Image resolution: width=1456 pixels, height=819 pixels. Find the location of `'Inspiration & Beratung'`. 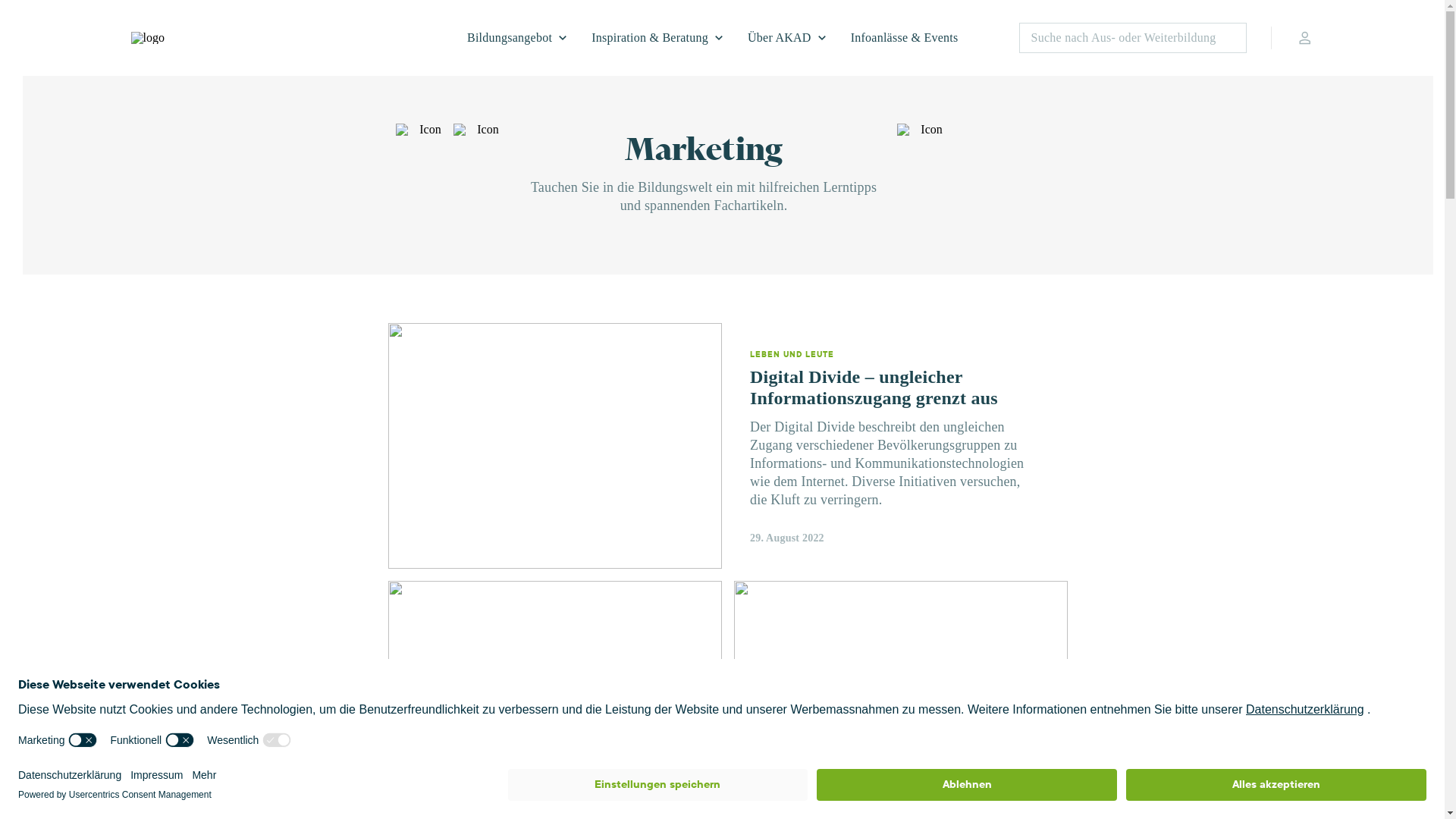

'Inspiration & Beratung' is located at coordinates (657, 37).